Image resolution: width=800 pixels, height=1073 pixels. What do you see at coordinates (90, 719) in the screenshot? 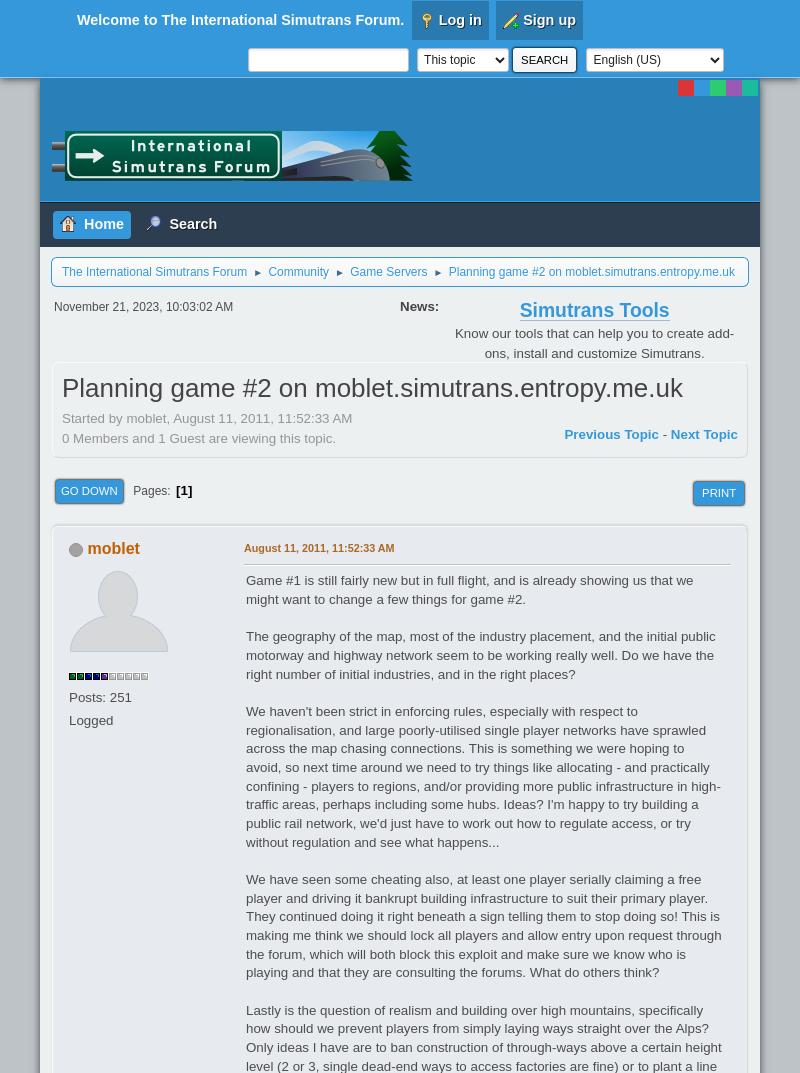
I see `'Logged'` at bounding box center [90, 719].